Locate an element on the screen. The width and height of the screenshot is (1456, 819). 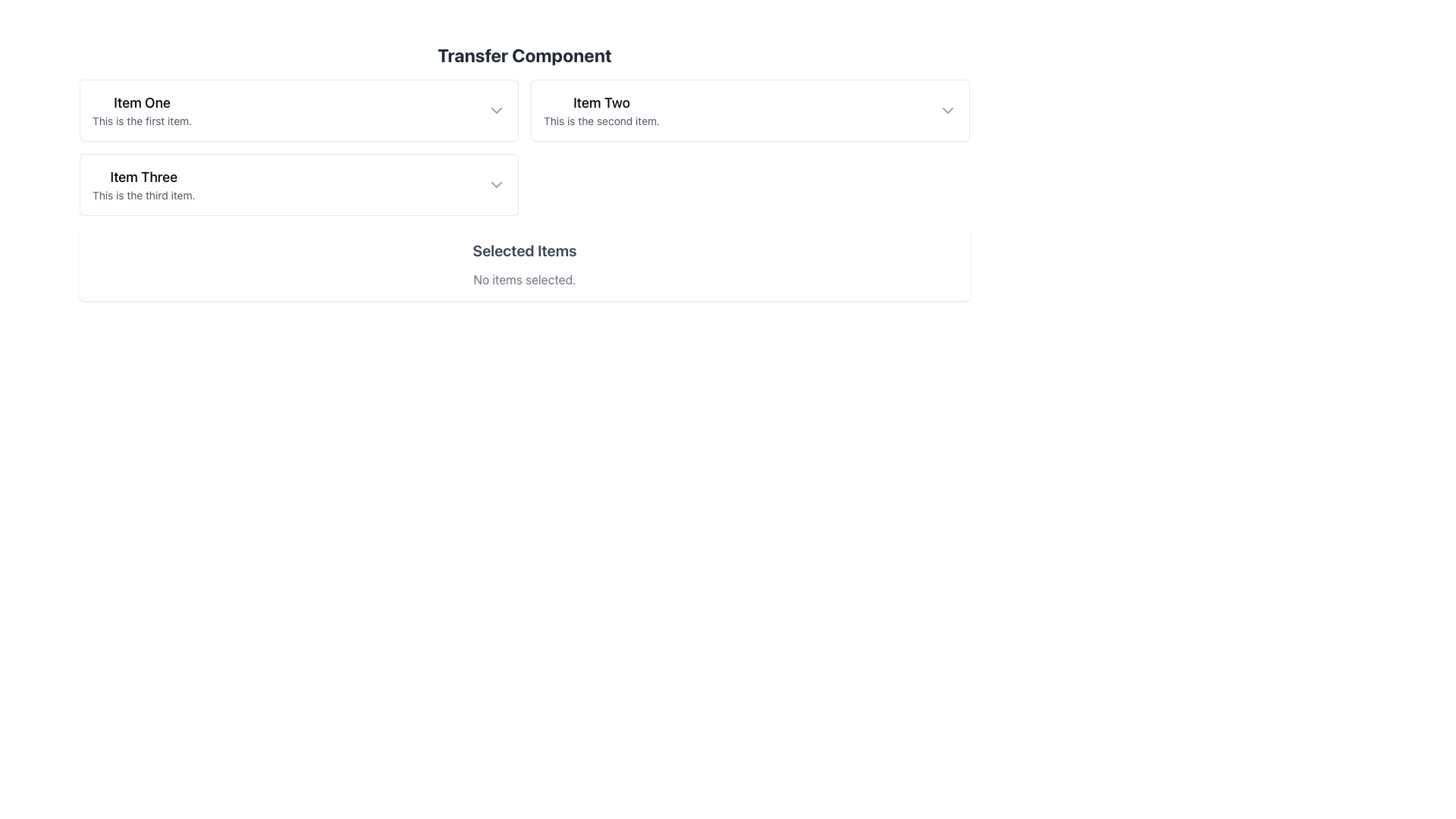
the text label summarizing 'Item One', which is located above 'Item Three' and has a dropdown icon on the right is located at coordinates (142, 110).